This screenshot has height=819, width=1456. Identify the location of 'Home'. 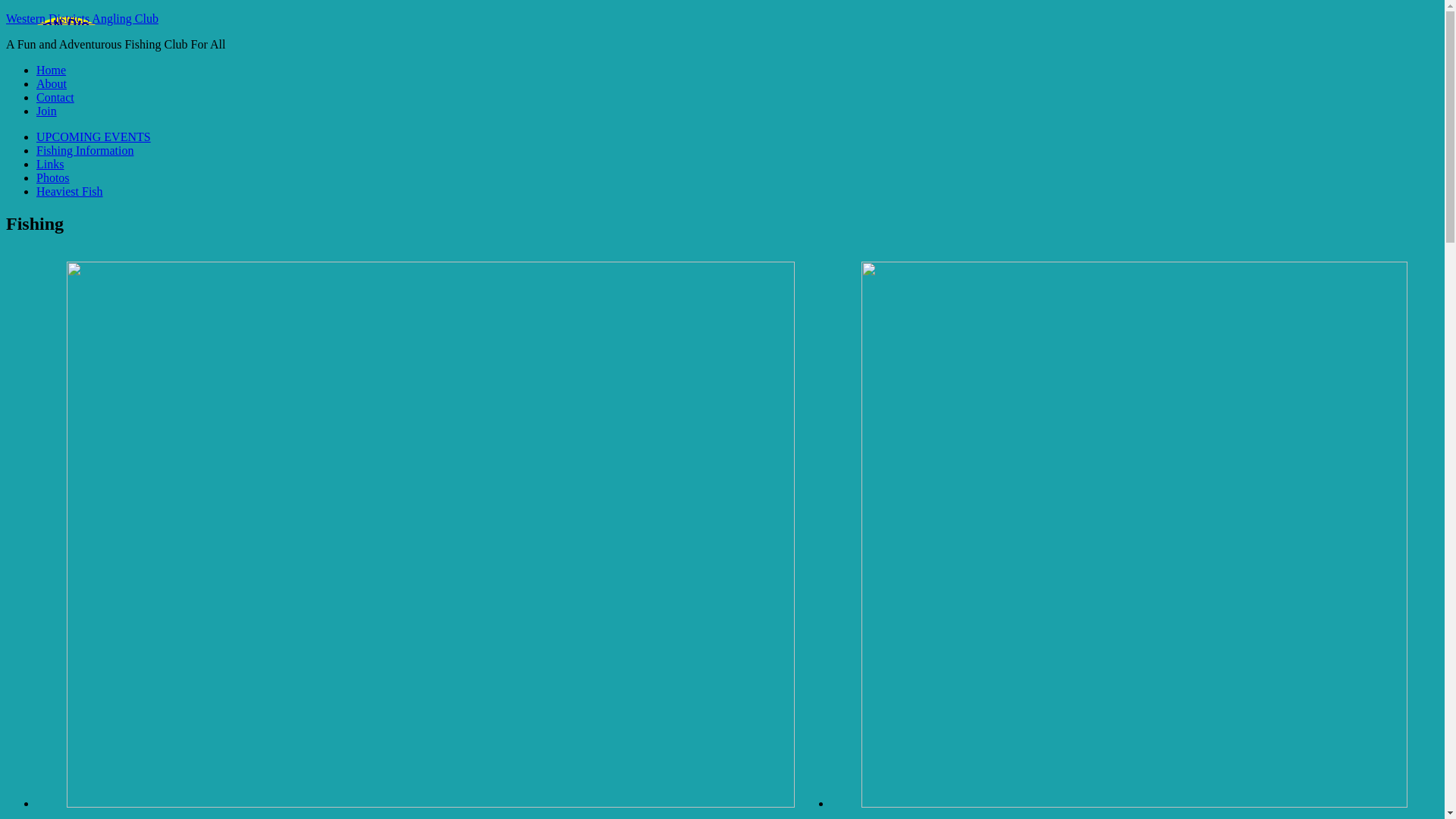
(51, 70).